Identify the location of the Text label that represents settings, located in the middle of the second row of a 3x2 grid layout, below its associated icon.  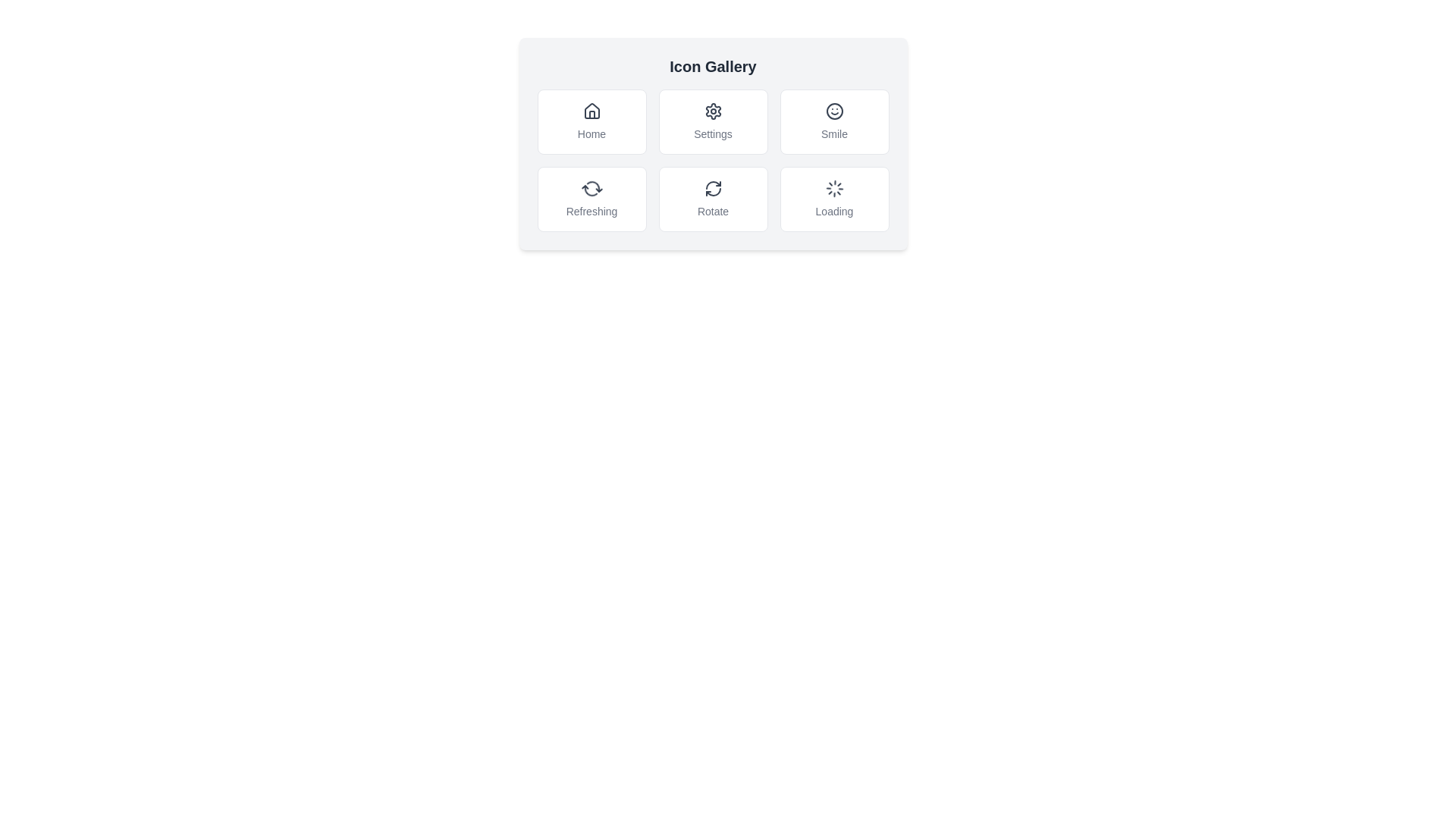
(712, 133).